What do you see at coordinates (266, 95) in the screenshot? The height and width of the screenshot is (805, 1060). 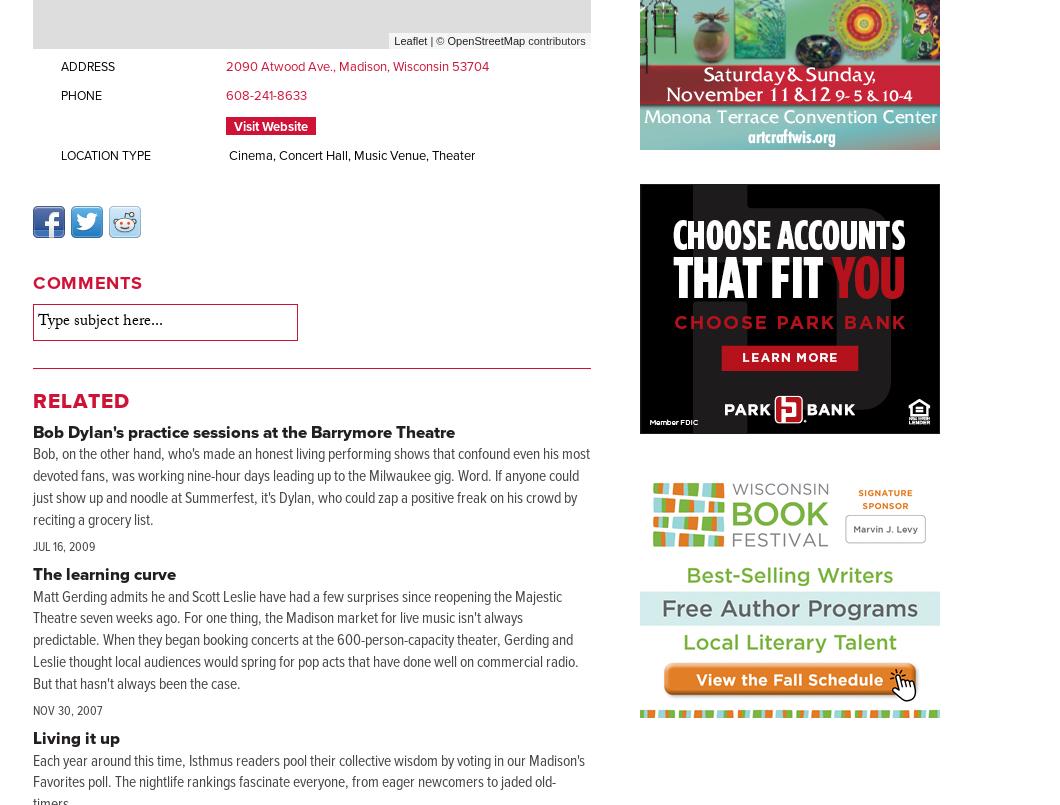 I see `'608-241-8633'` at bounding box center [266, 95].